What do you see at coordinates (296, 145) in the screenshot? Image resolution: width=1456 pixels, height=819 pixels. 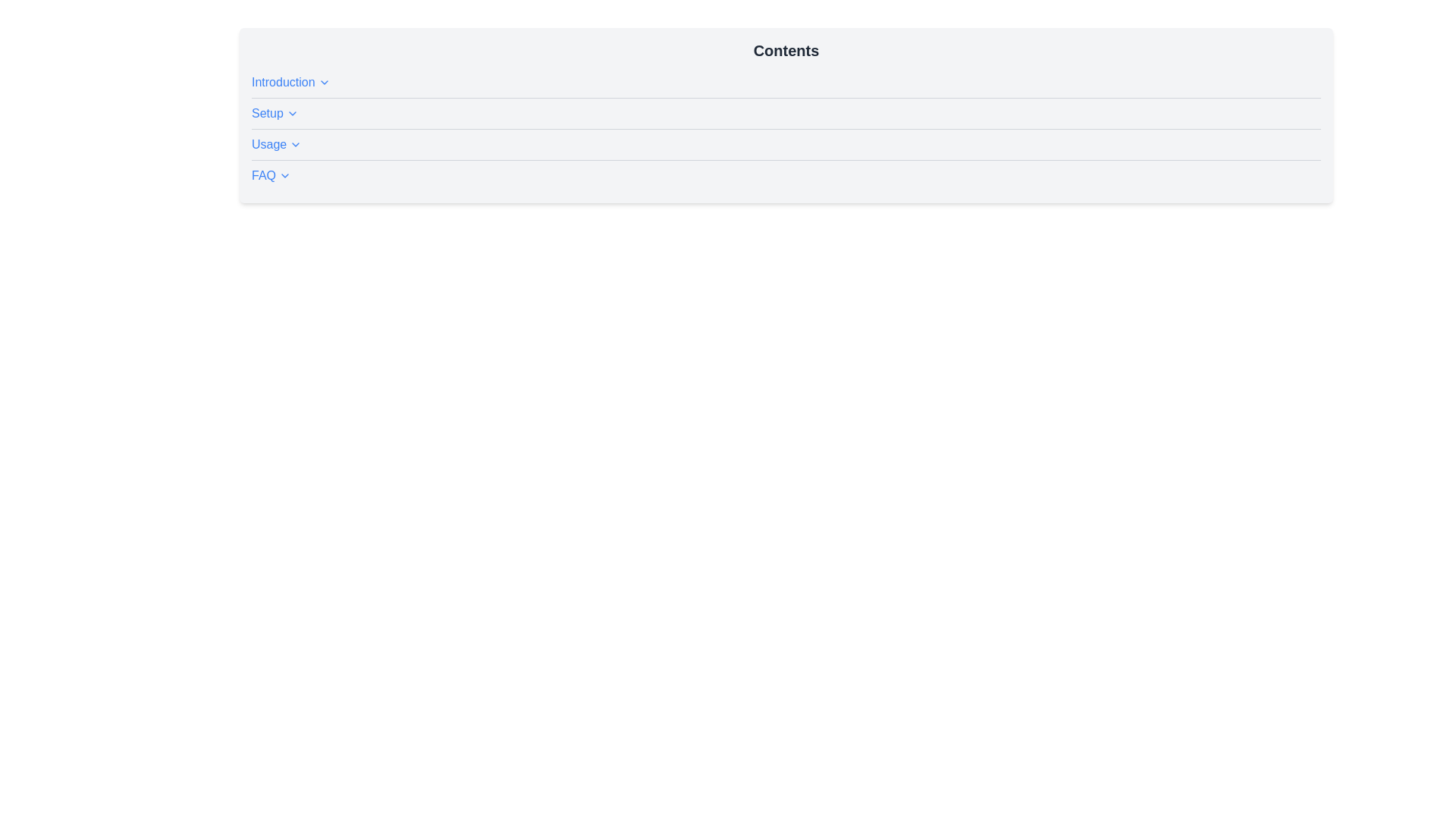 I see `the chevron icon indicating dropdown functionality for the 'Usage' section for accessibility navigation` at bounding box center [296, 145].